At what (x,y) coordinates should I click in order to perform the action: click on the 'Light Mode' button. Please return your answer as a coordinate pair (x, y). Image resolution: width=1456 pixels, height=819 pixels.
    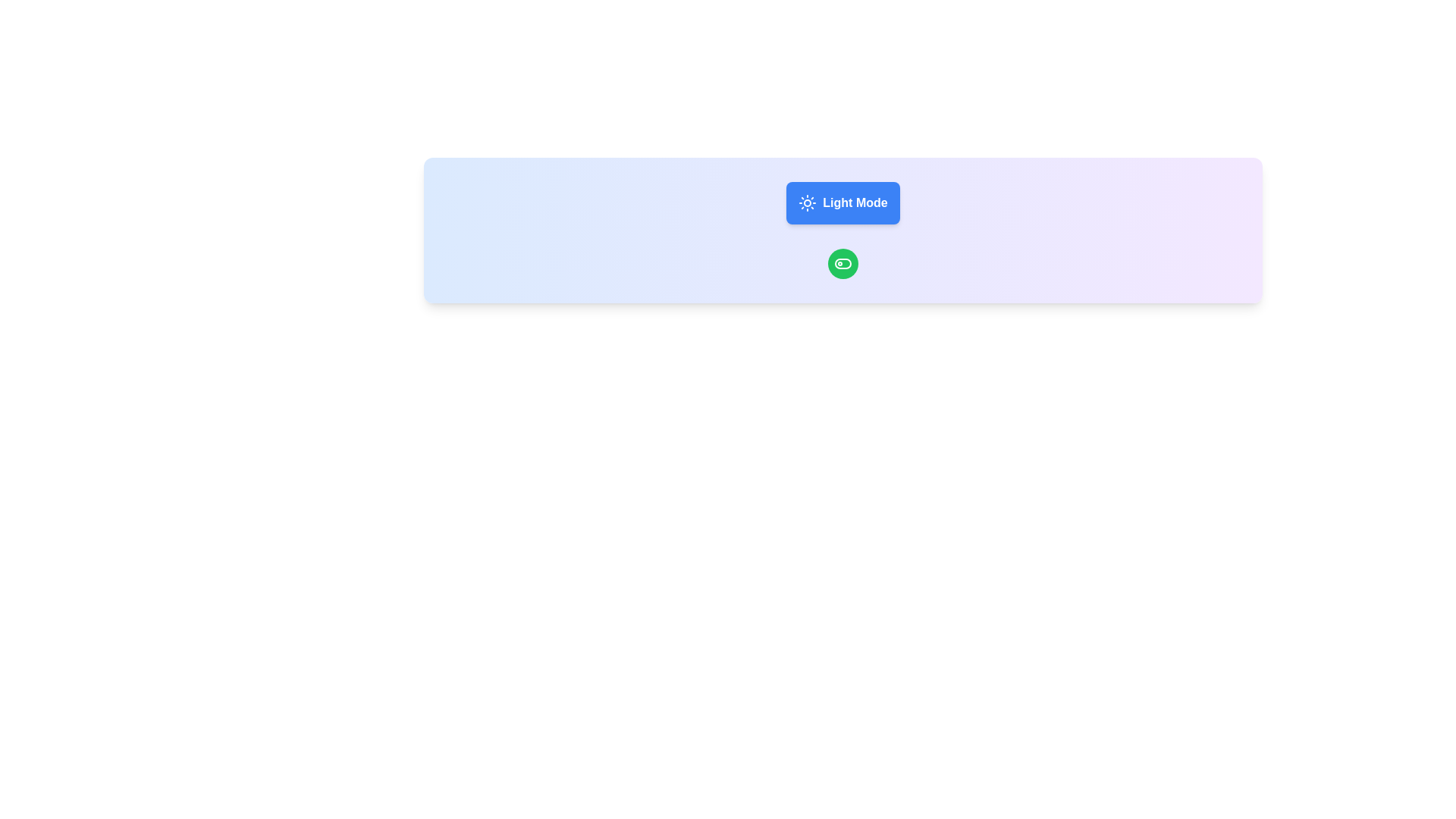
    Looking at the image, I should click on (843, 202).